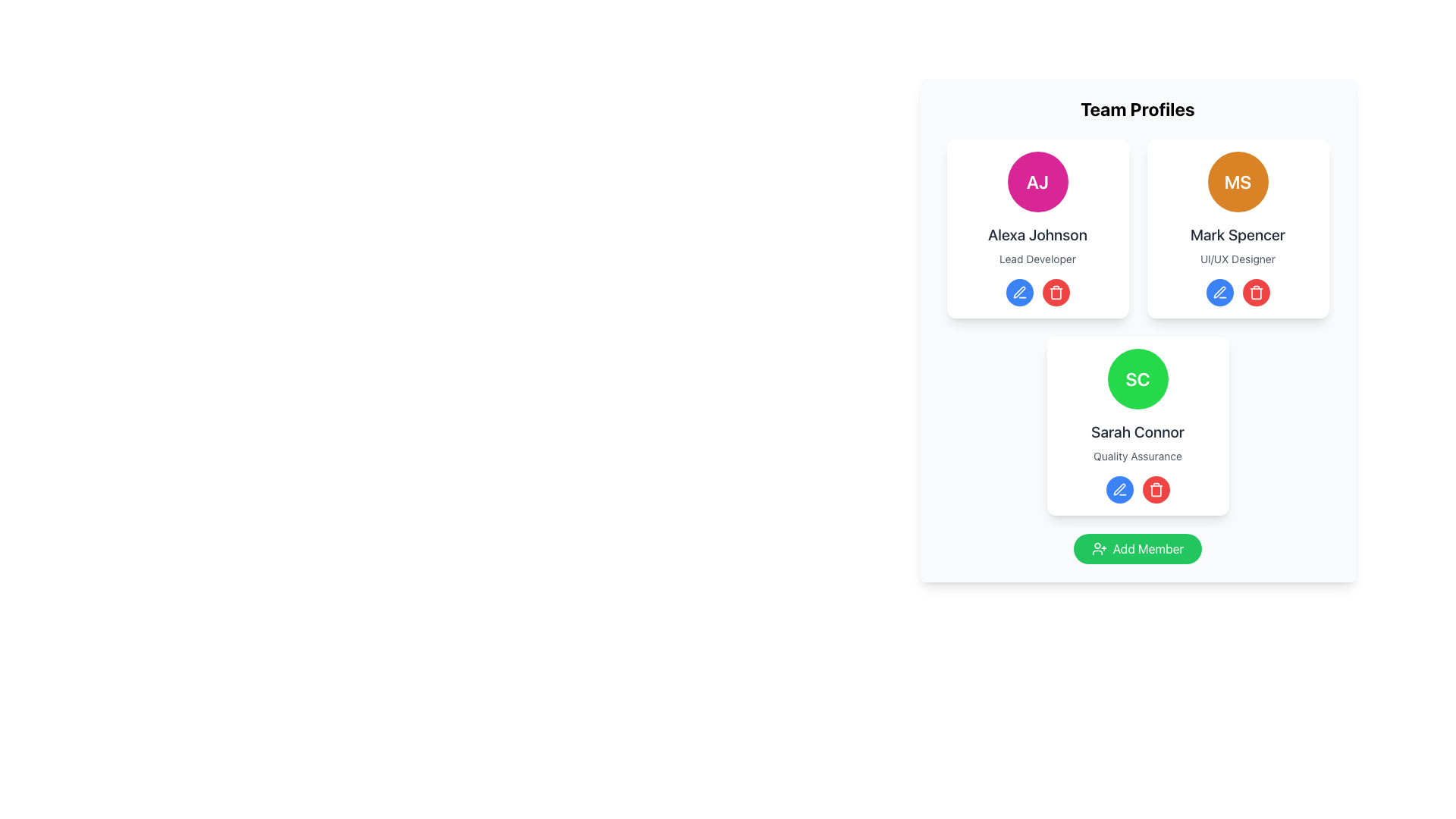  What do you see at coordinates (1219, 292) in the screenshot?
I see `the editing icon located below the orange circular avatar labeled 'Mark Spencer' in the second card of the grid layout to initiate editing` at bounding box center [1219, 292].